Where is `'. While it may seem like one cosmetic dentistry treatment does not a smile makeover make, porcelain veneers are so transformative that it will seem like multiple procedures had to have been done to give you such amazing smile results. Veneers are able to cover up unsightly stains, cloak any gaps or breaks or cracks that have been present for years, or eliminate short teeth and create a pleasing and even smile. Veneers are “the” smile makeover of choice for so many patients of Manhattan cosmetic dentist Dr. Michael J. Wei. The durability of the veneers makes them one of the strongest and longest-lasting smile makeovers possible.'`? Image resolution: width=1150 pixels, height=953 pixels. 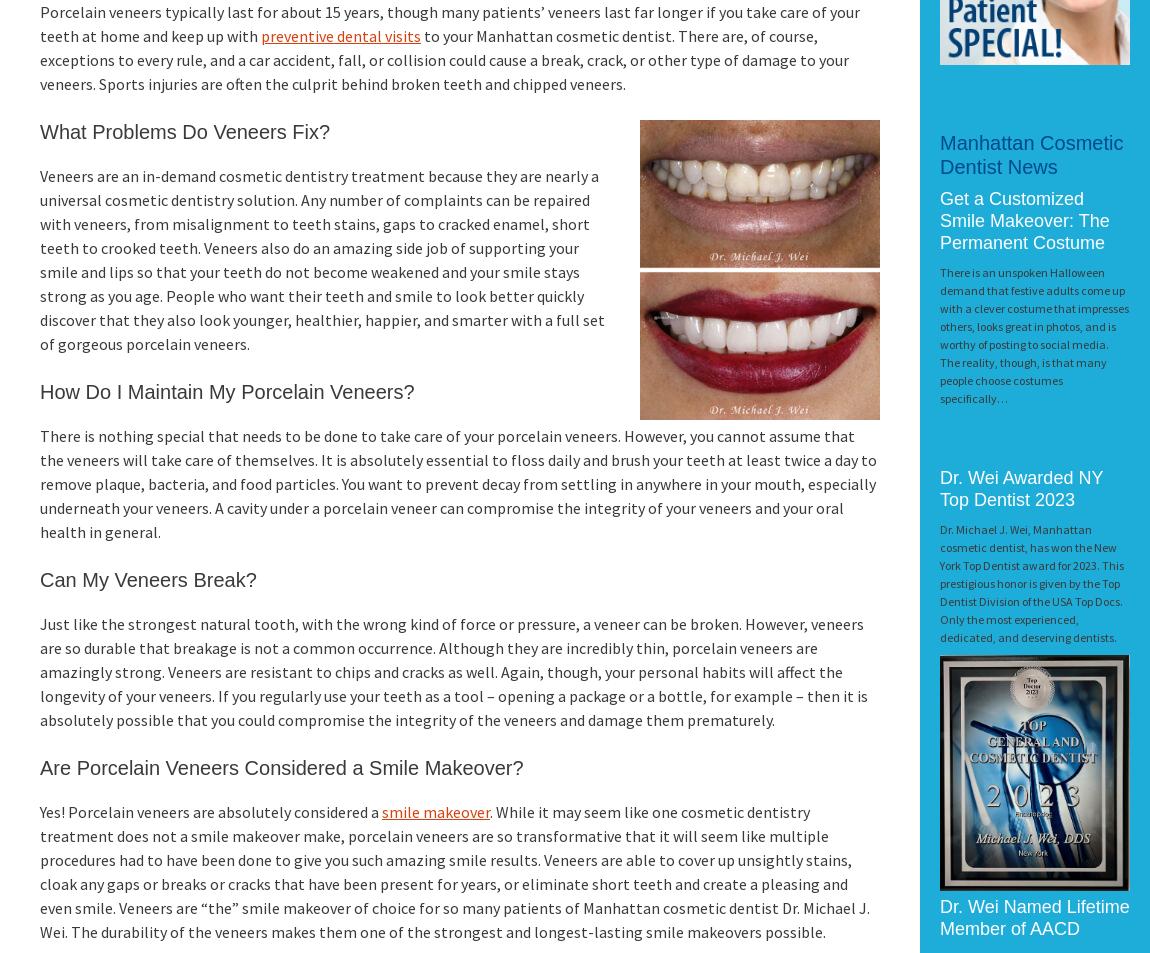 '. While it may seem like one cosmetic dentistry treatment does not a smile makeover make, porcelain veneers are so transformative that it will seem like multiple procedures had to have been done to give you such amazing smile results. Veneers are able to cover up unsightly stains, cloak any gaps or breaks or cracks that have been present for years, or eliminate short teeth and create a pleasing and even smile. Veneers are “the” smile makeover of choice for so many patients of Manhattan cosmetic dentist Dr. Michael J. Wei. The durability of the veneers makes them one of the strongest and longest-lasting smile makeovers possible.' is located at coordinates (39, 871).